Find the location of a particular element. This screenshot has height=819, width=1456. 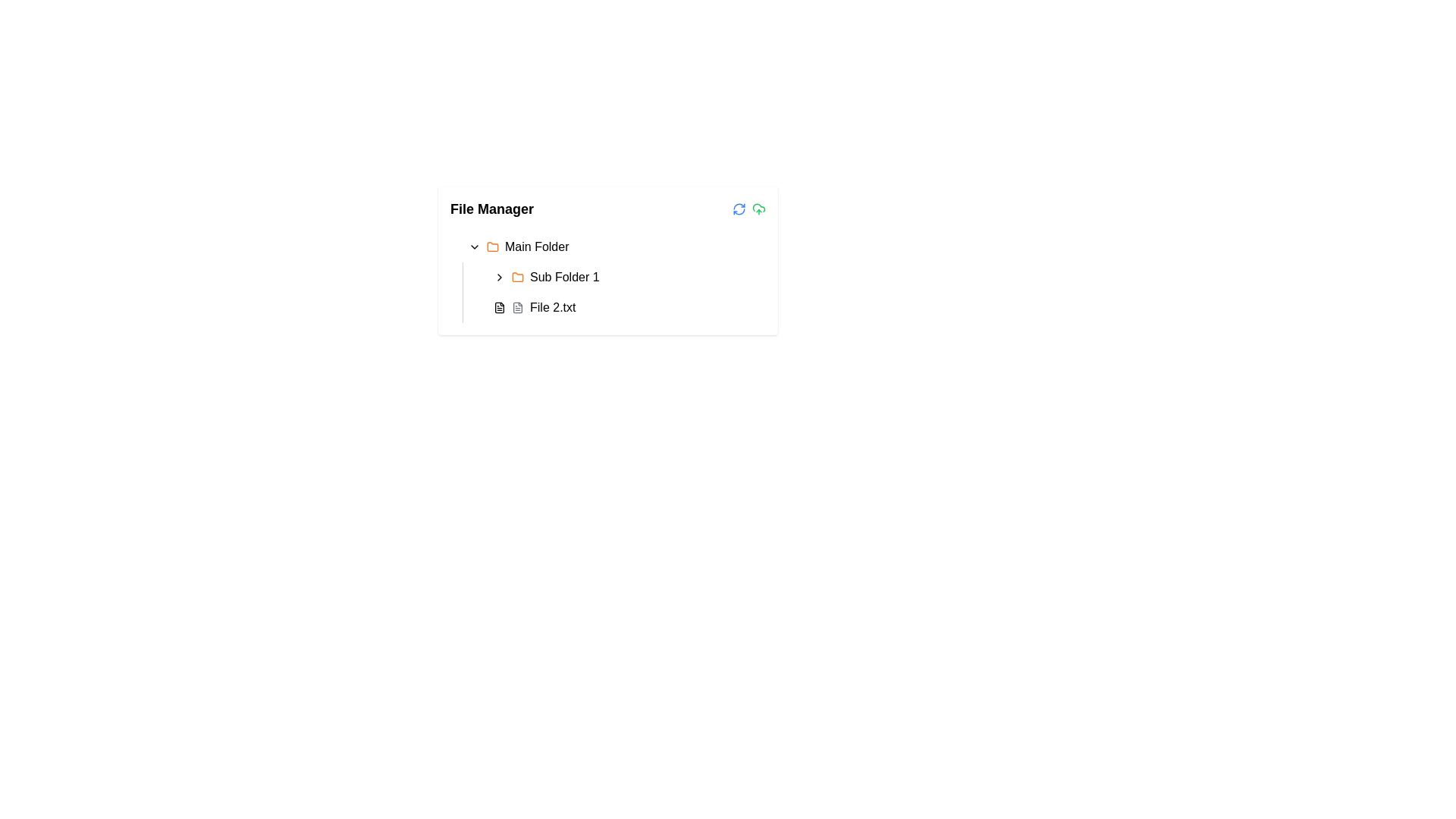

the chevron-shaped icon is located at coordinates (499, 278).